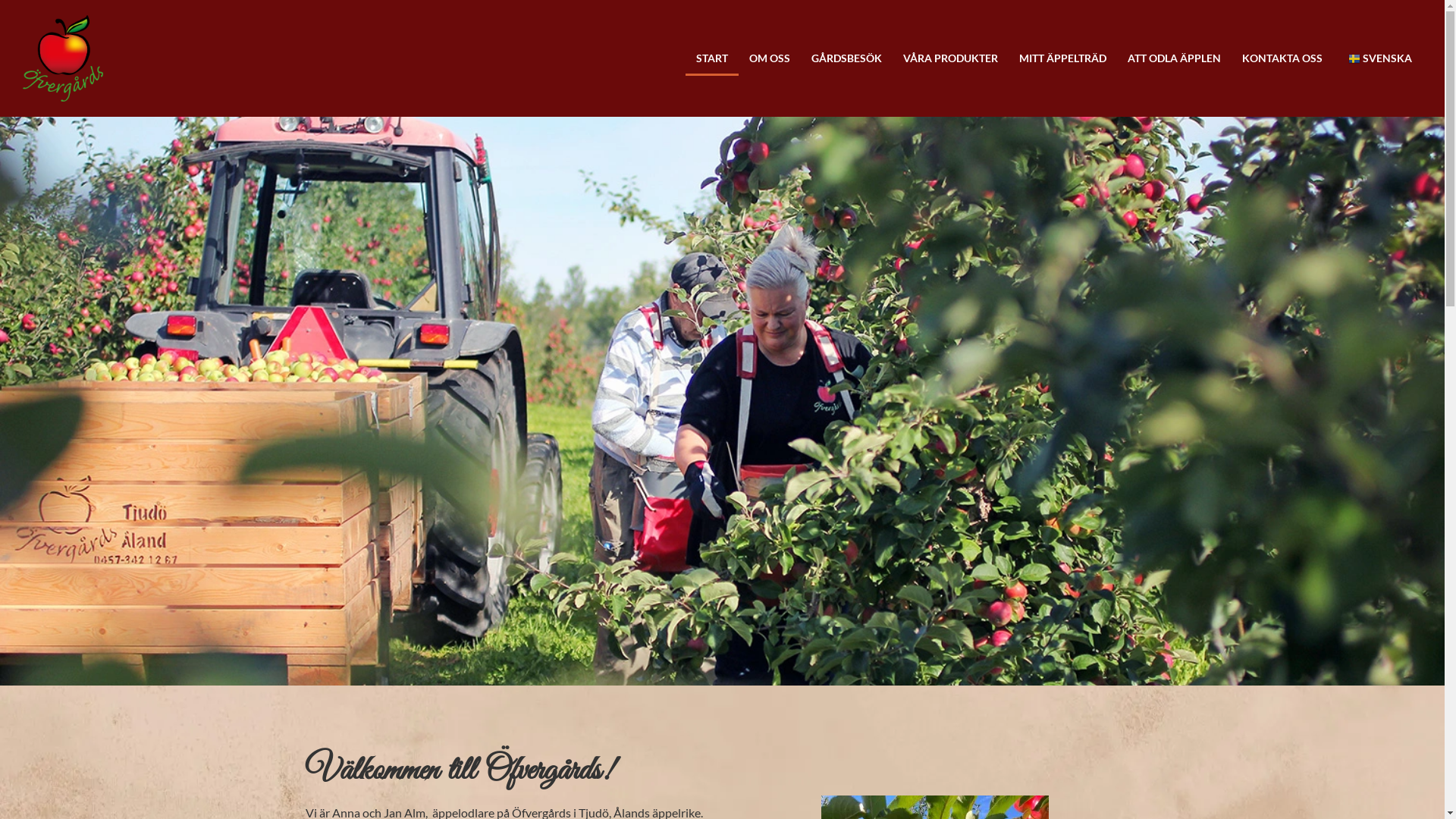 This screenshot has height=819, width=1456. What do you see at coordinates (739, 58) in the screenshot?
I see `'OM OSS'` at bounding box center [739, 58].